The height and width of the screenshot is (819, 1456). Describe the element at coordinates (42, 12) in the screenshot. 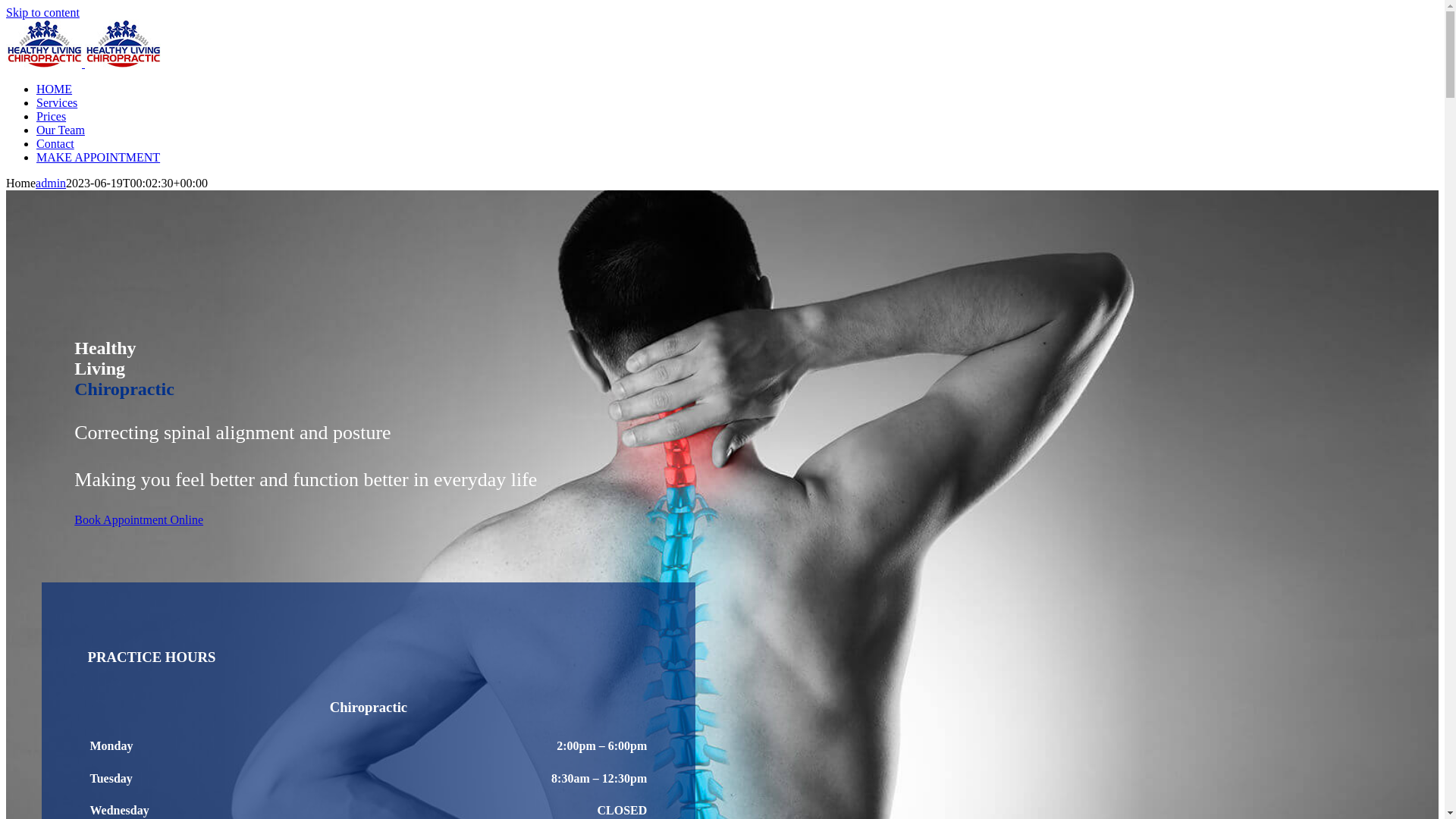

I see `'Skip to content'` at that location.